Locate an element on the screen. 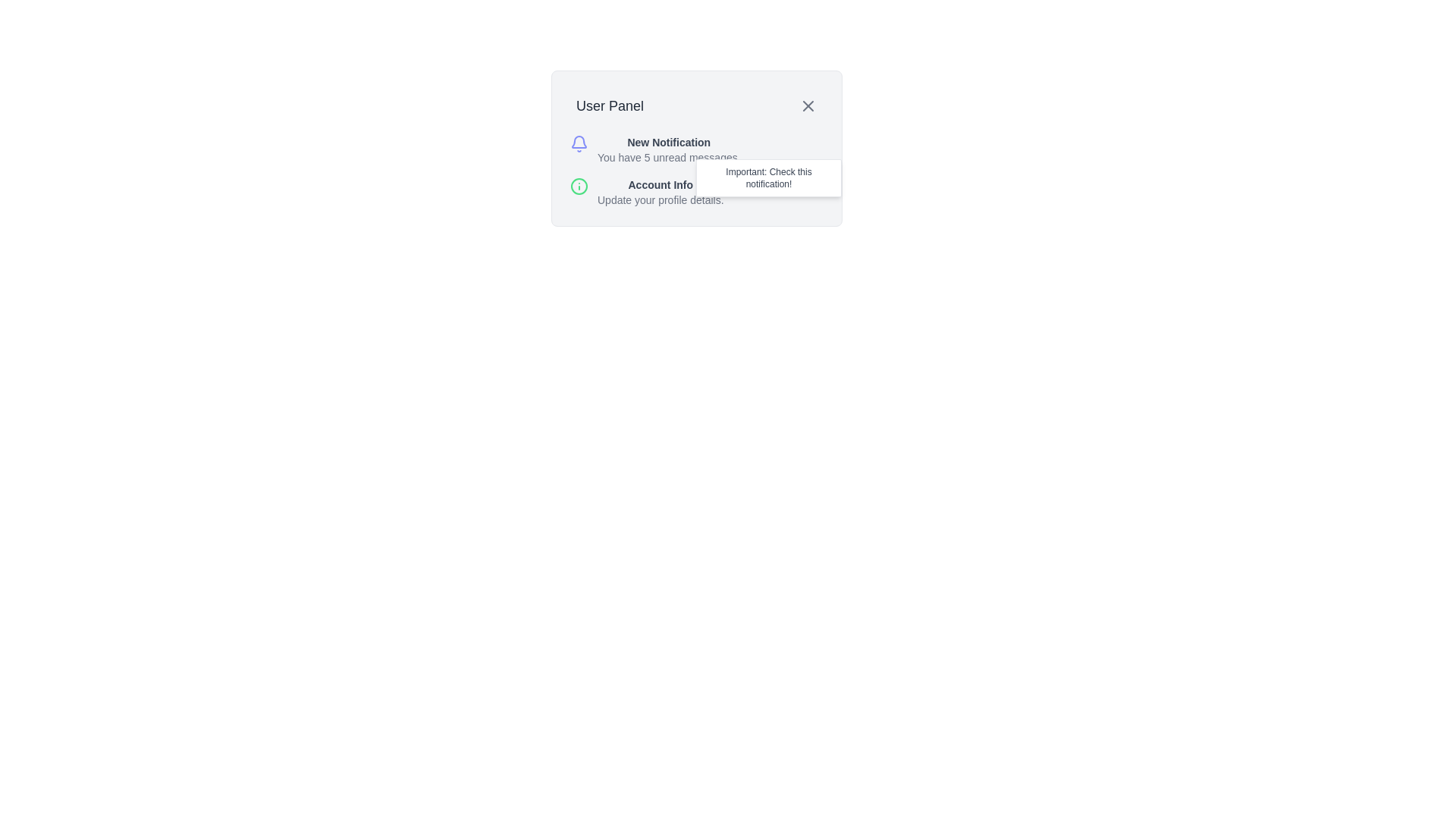 This screenshot has width=1456, height=819. the 'Account Info' informational text item with an icon, which features a green circle enclosing an 'i' is located at coordinates (695, 192).